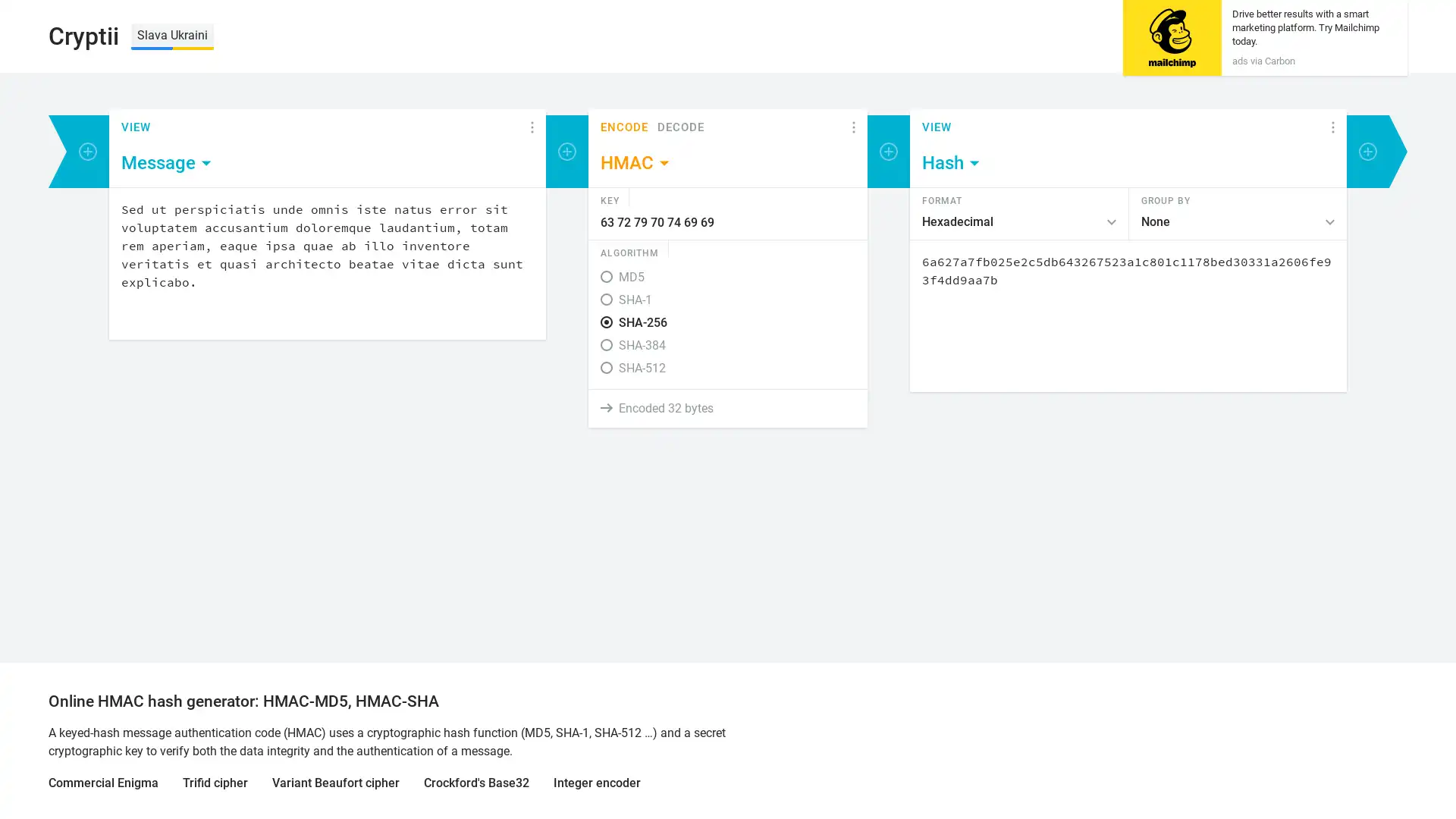 This screenshot has width=1456, height=819. I want to click on Message, so click(167, 163).